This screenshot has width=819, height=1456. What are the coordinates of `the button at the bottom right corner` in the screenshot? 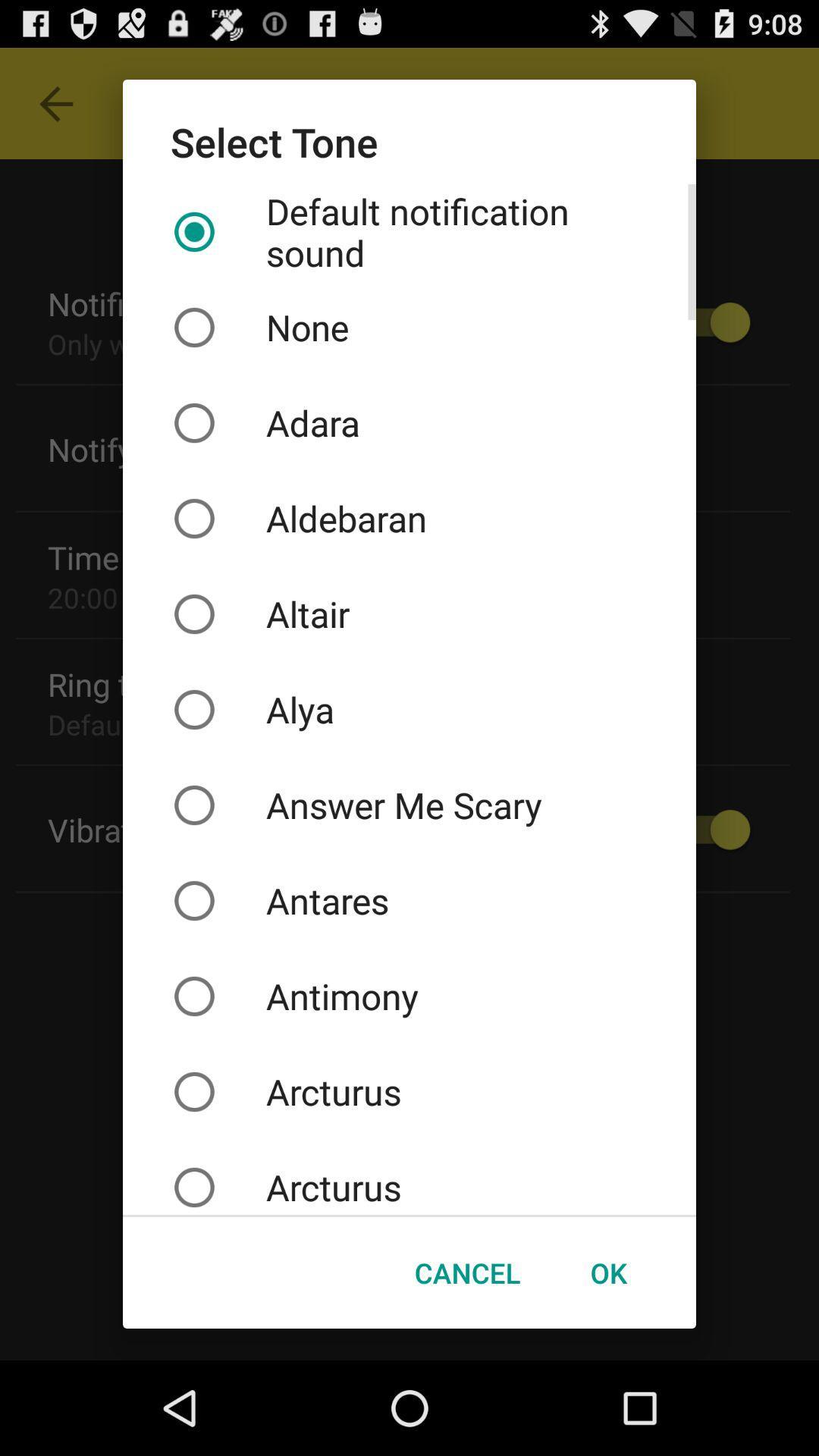 It's located at (607, 1272).